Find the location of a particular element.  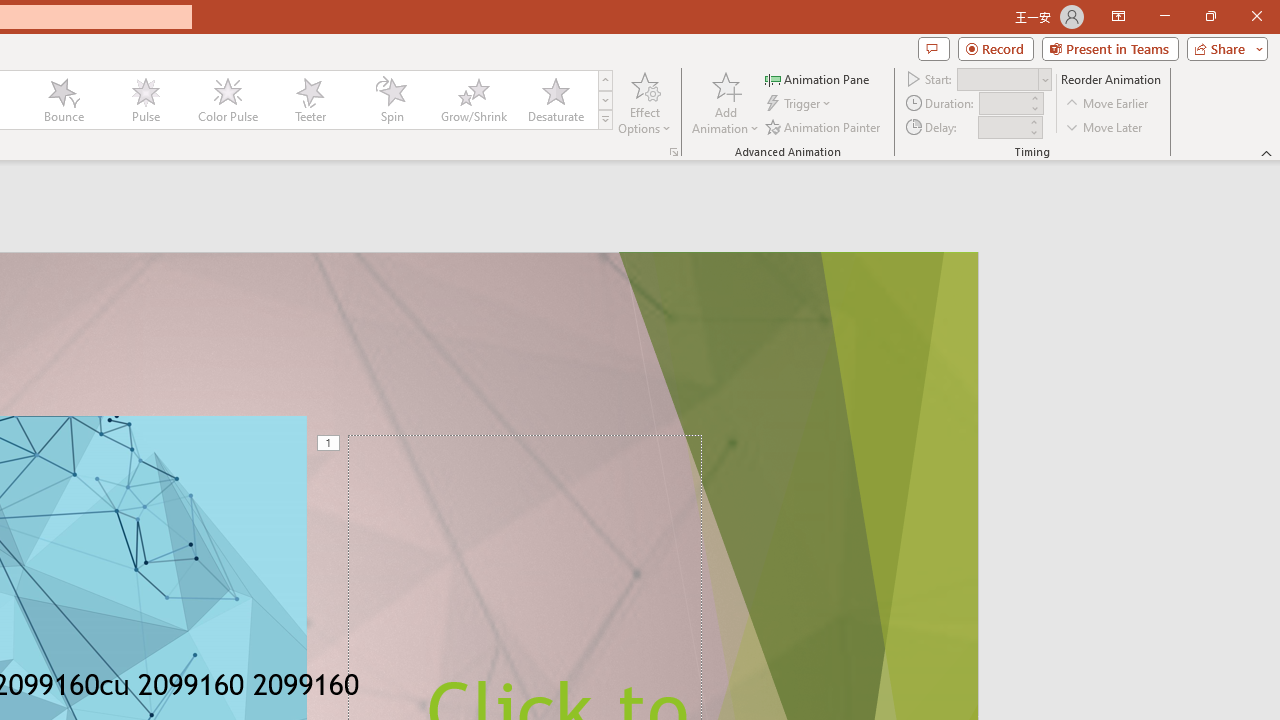

'Animation Duration' is located at coordinates (1003, 103).